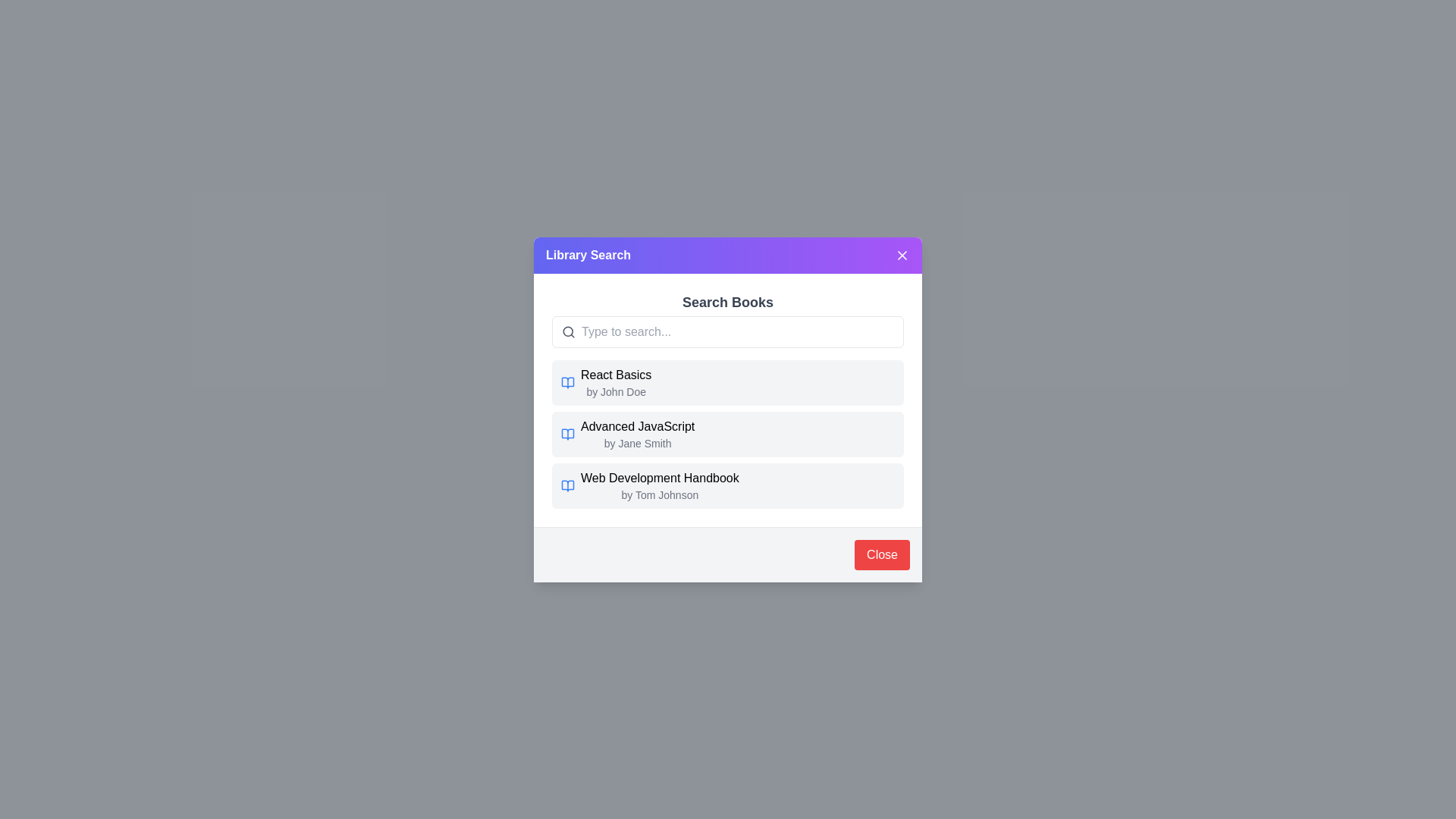 Image resolution: width=1456 pixels, height=819 pixels. Describe the element at coordinates (660, 485) in the screenshot. I see `displayed text representing the title and author's name of the book entry located on the third row of the list in the modal dialog` at that location.